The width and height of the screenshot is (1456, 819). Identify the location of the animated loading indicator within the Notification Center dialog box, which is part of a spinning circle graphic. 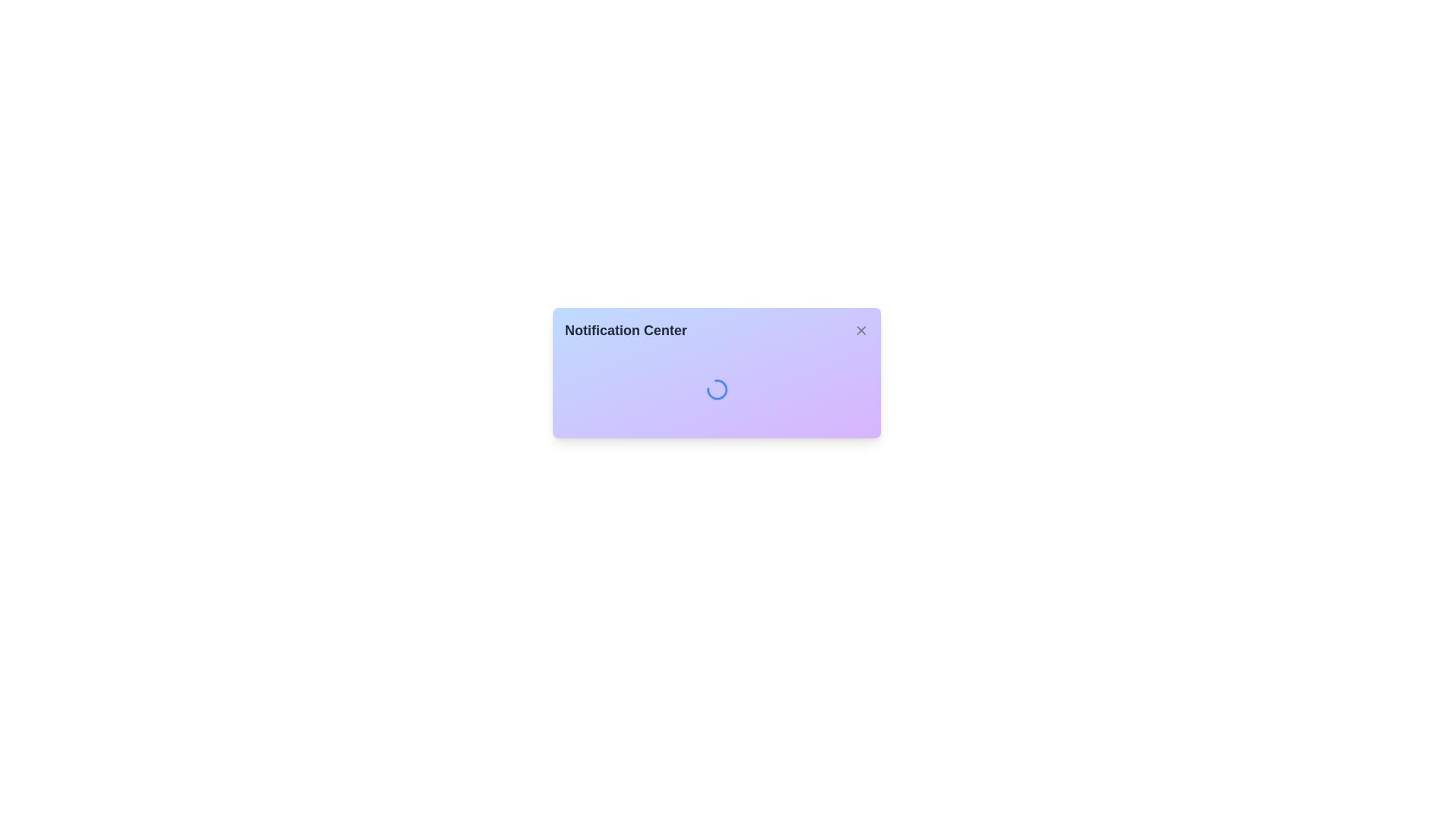
(716, 388).